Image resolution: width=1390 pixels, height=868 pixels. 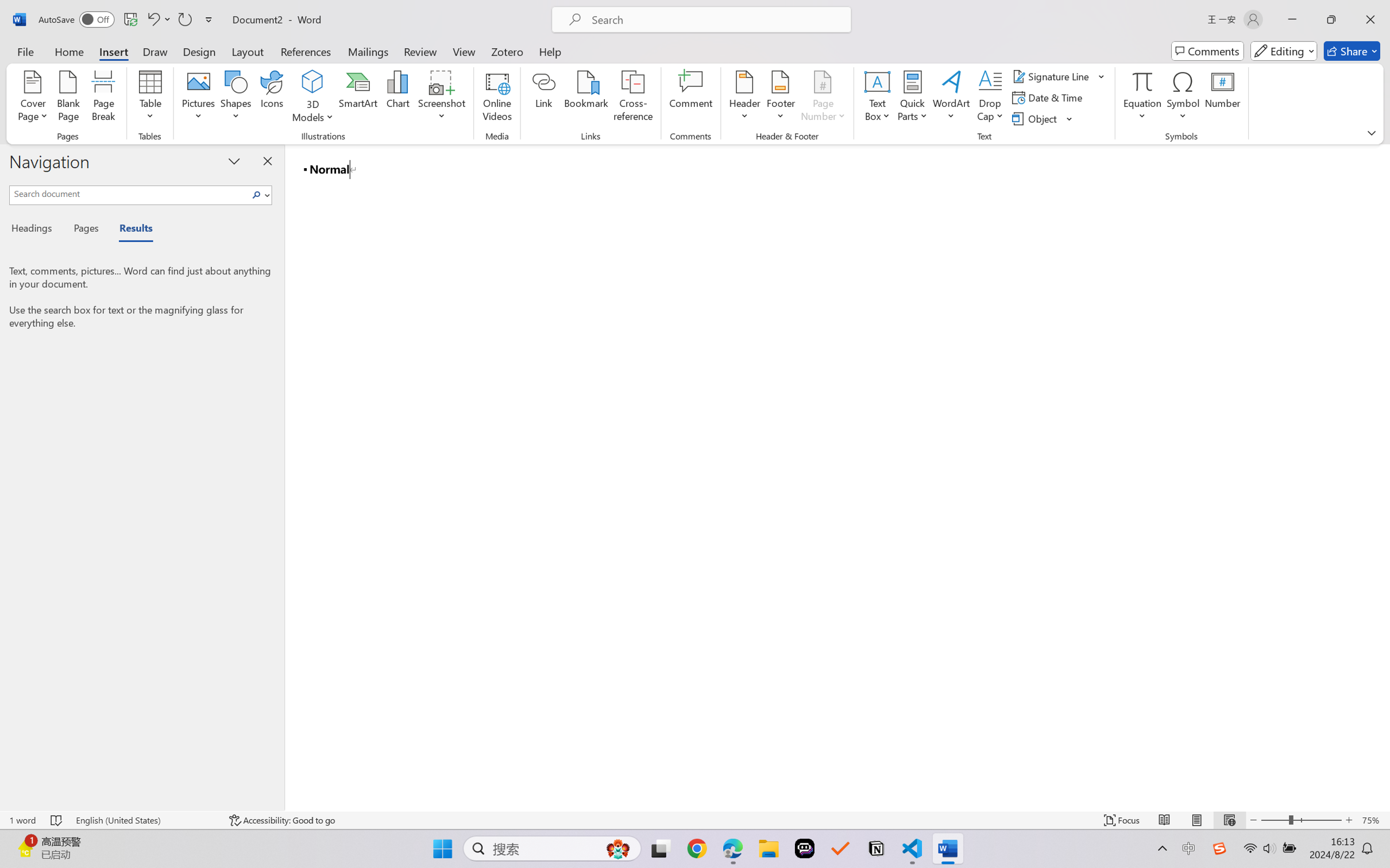 What do you see at coordinates (1223, 98) in the screenshot?
I see `'Number...'` at bounding box center [1223, 98].